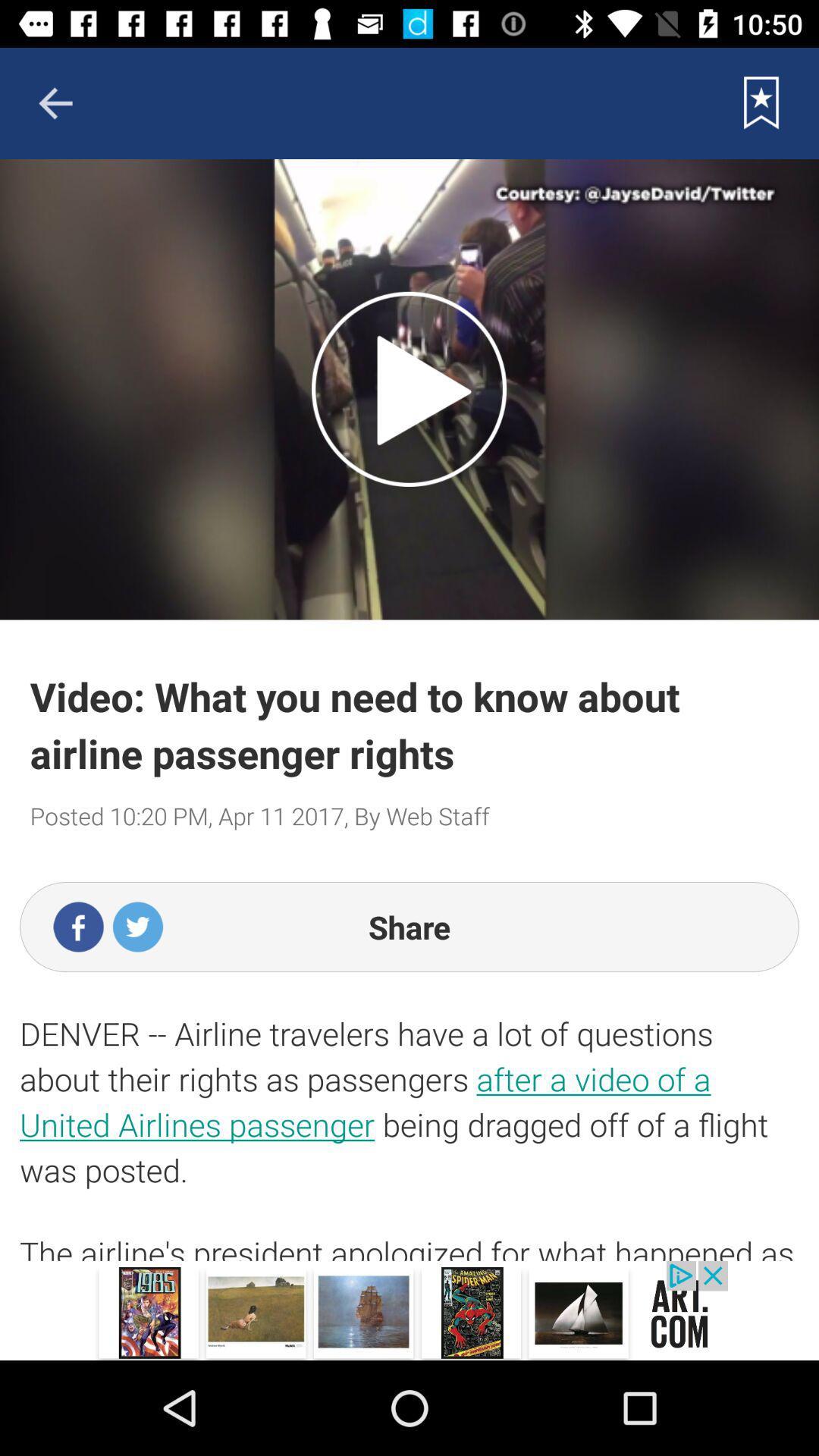  Describe the element at coordinates (761, 102) in the screenshot. I see `bookmark icon` at that location.